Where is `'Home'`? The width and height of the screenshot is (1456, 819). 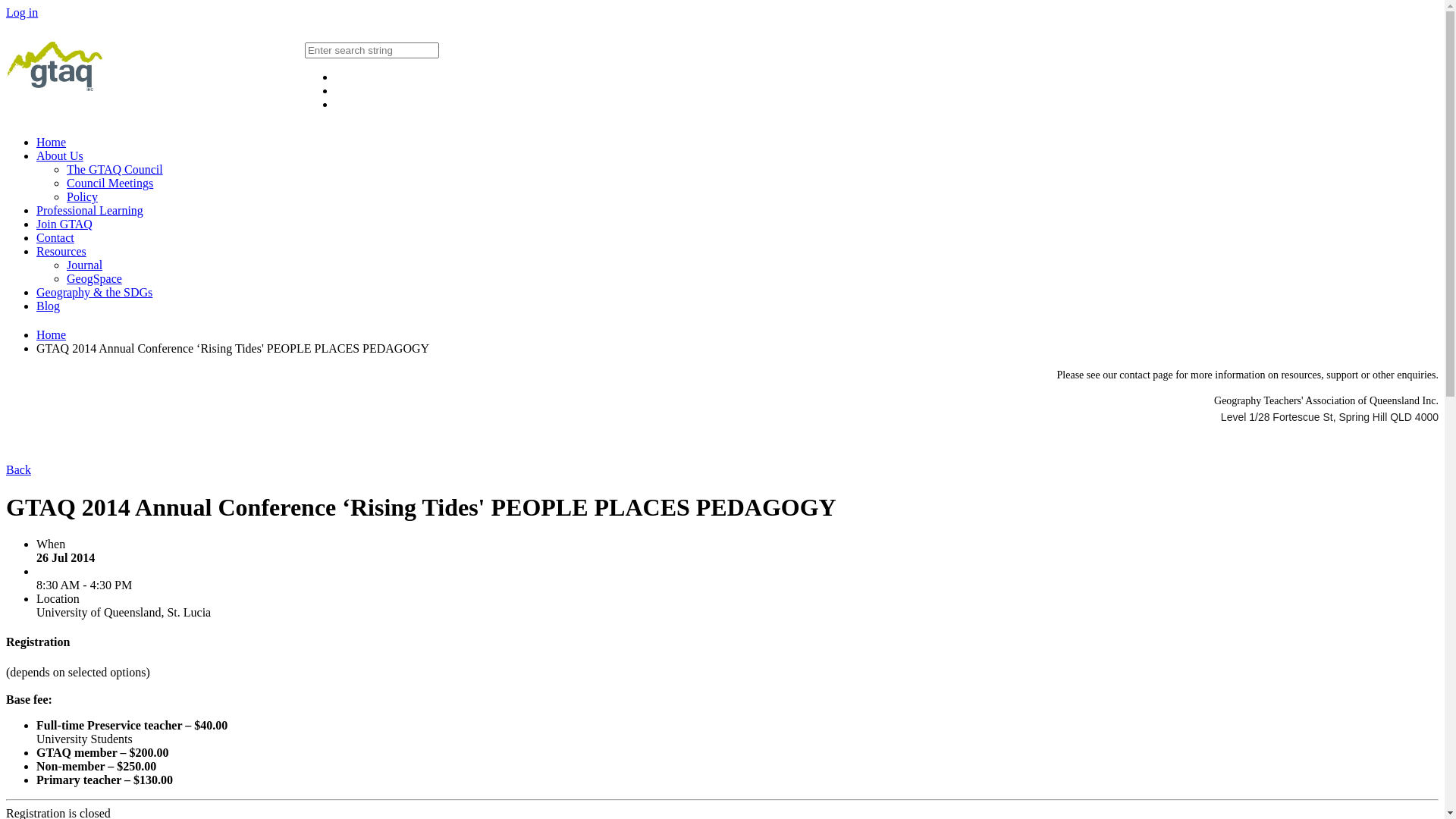 'Home' is located at coordinates (51, 334).